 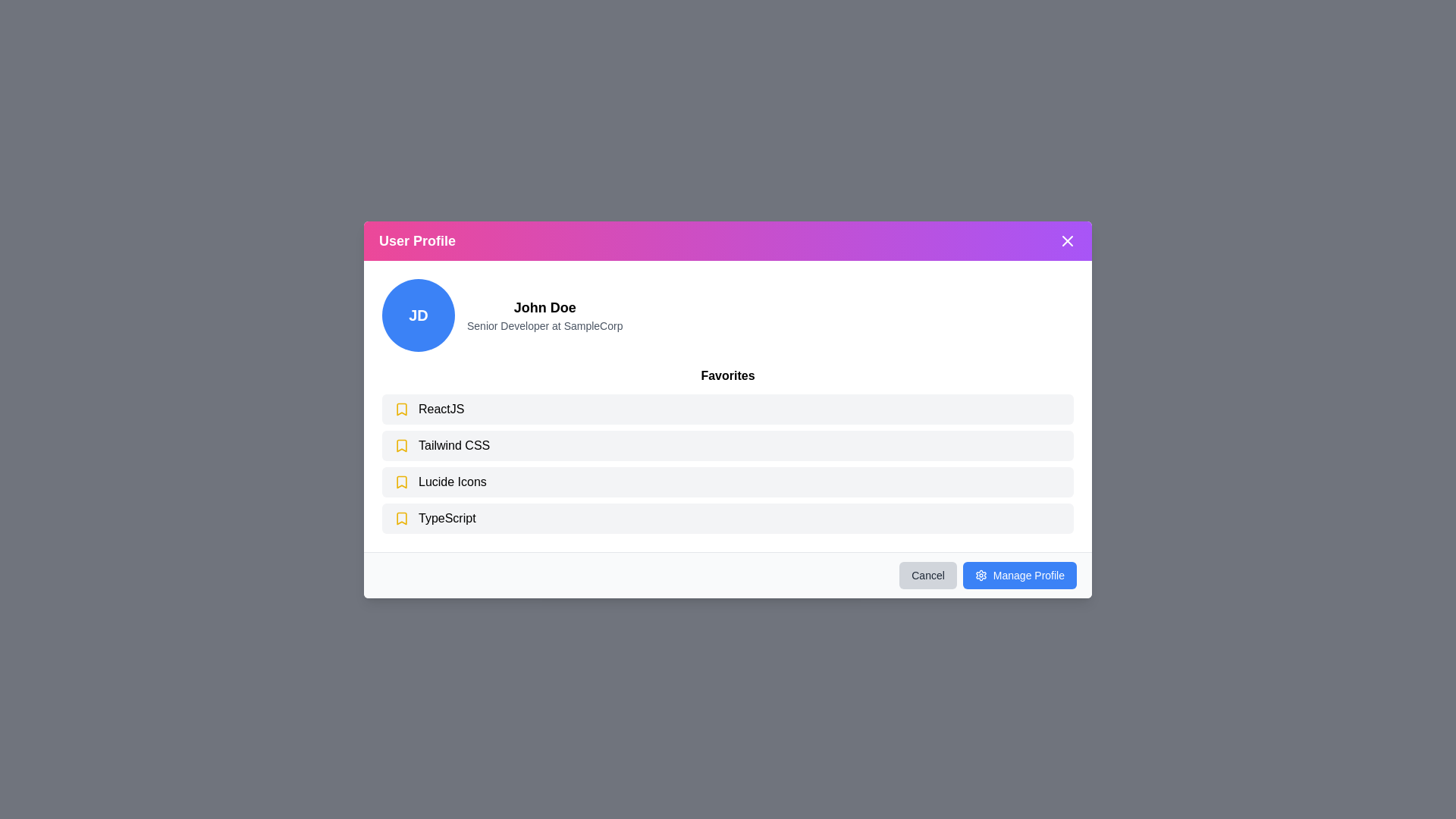 I want to click on the 'Tailwind CSS' list item, which is the second item in the 'Favorites' section of the user profile interface, so click(x=728, y=444).